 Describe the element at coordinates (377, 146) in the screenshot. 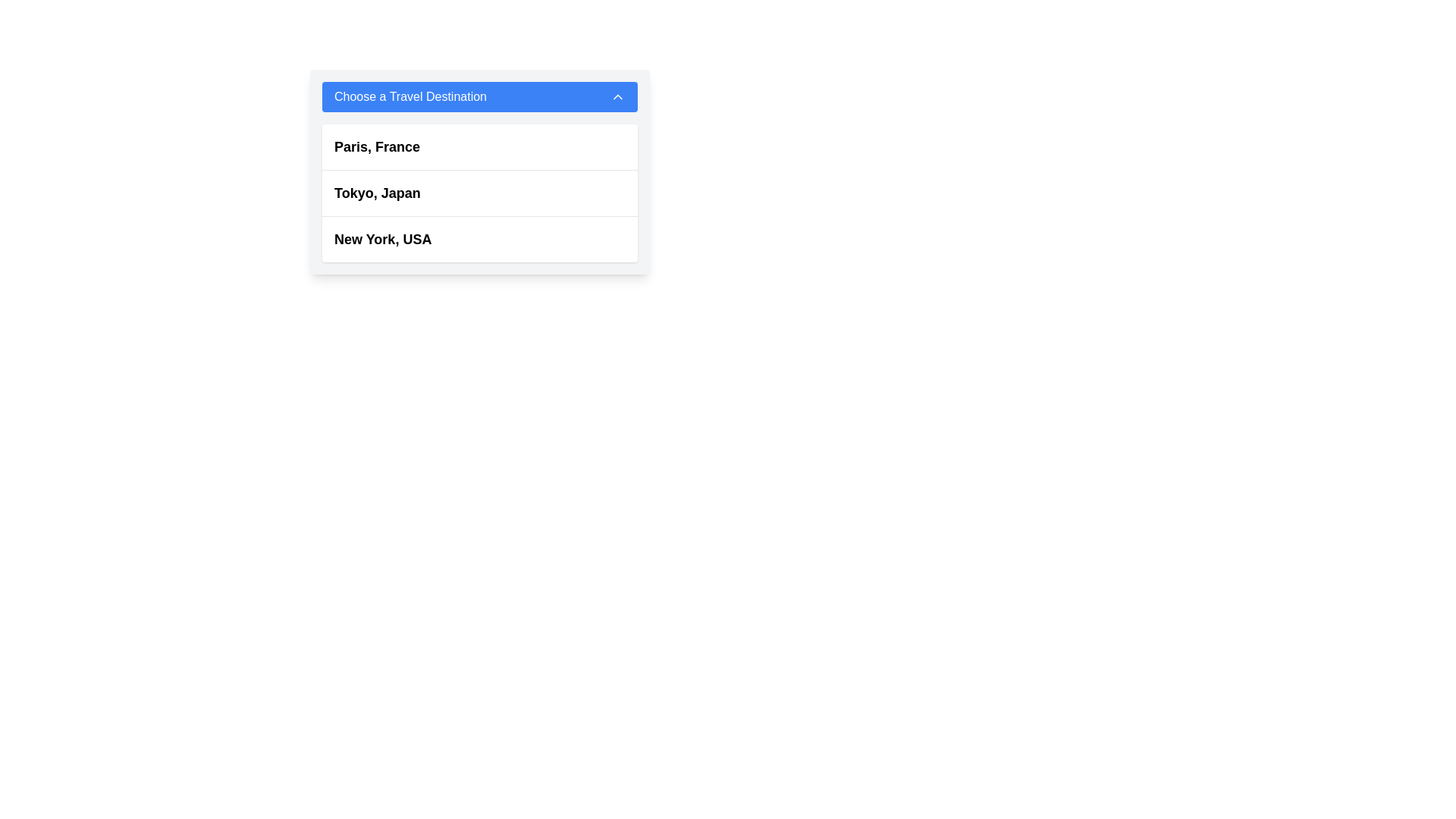

I see `the text label 'Paris, France'` at that location.